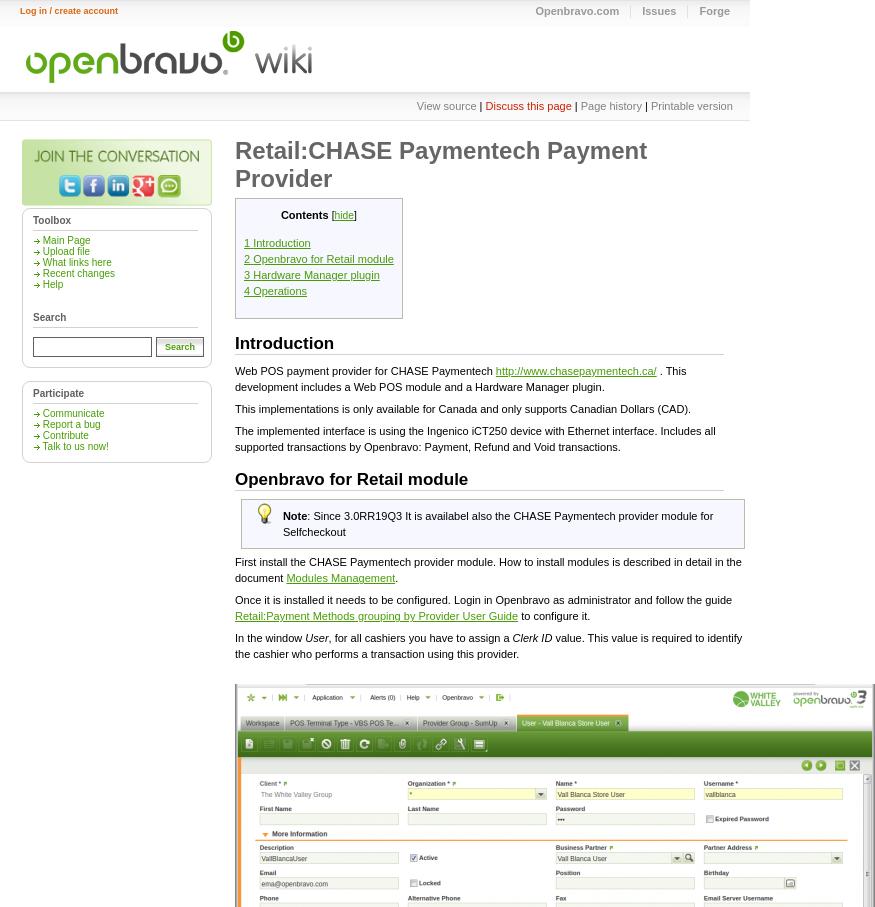  I want to click on 'Printable version', so click(690, 105).